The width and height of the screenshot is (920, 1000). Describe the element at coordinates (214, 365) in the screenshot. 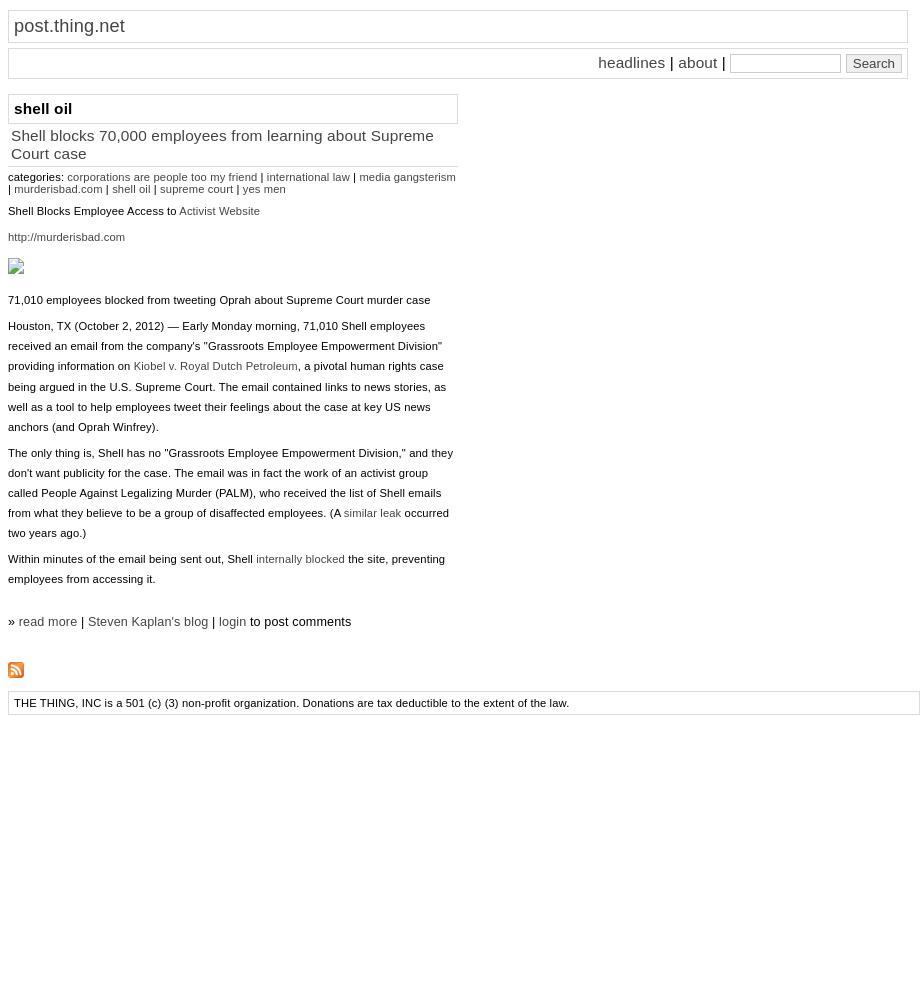

I see `'Kiobel v. Royal Dutch Petroleum'` at that location.